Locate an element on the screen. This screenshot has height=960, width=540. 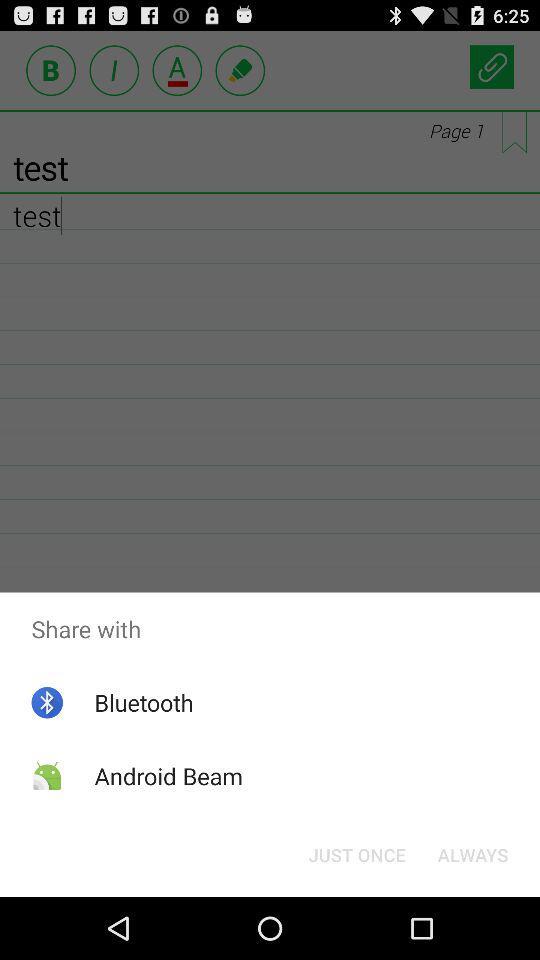
always button is located at coordinates (472, 853).